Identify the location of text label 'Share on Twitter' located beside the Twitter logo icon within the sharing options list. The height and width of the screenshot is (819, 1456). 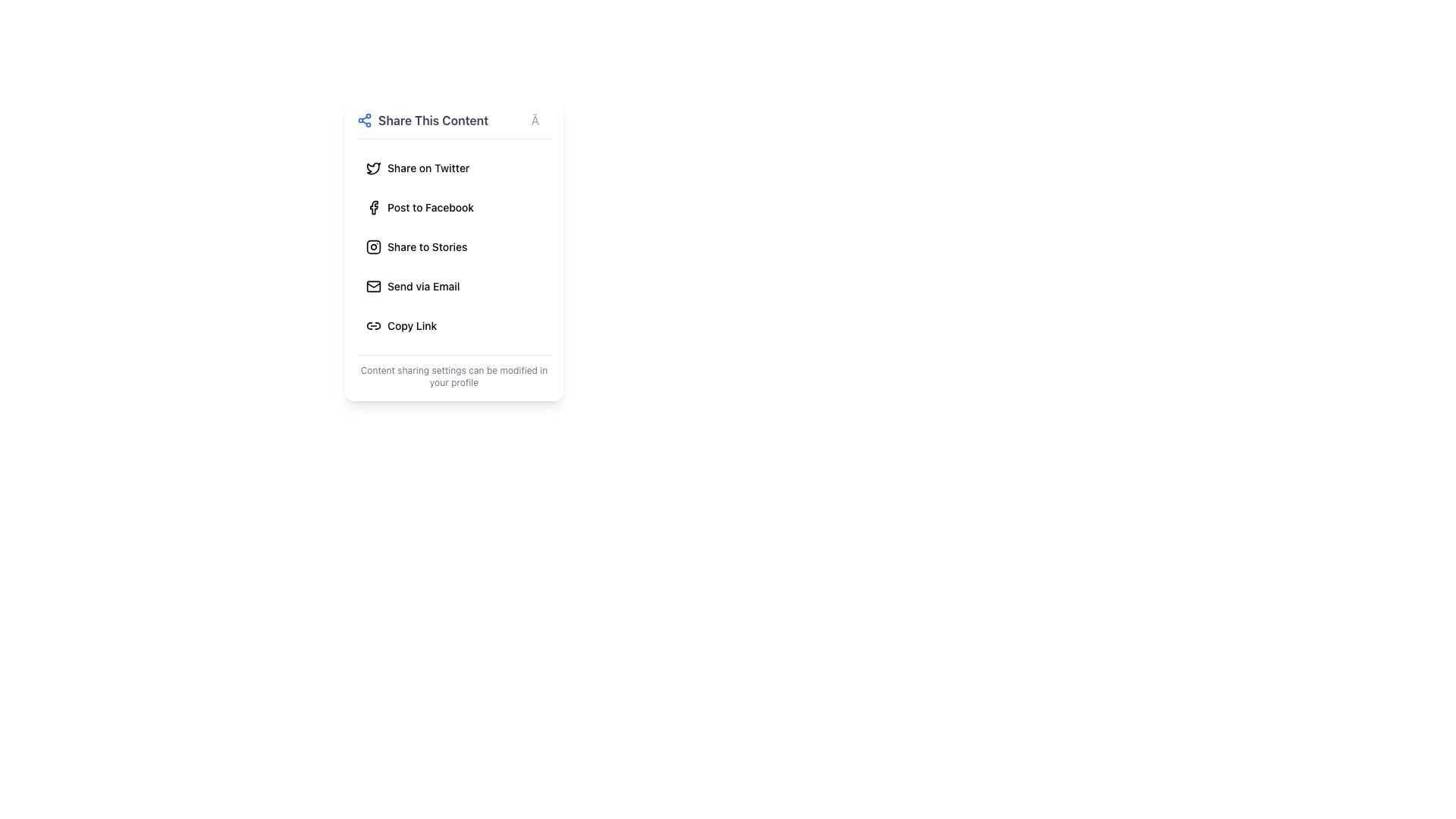
(428, 168).